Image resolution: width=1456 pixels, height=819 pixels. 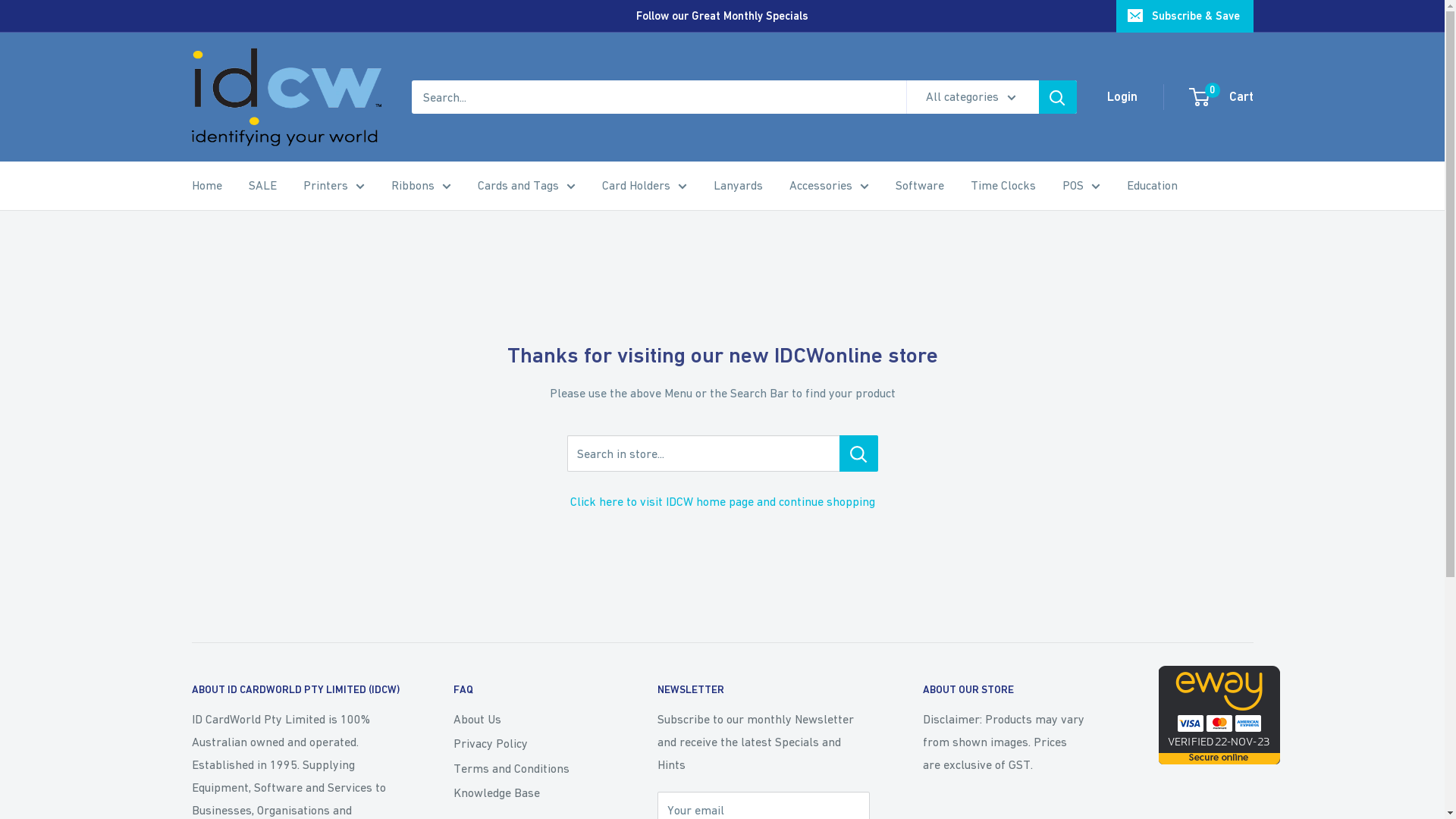 What do you see at coordinates (333, 185) in the screenshot?
I see `'Printers'` at bounding box center [333, 185].